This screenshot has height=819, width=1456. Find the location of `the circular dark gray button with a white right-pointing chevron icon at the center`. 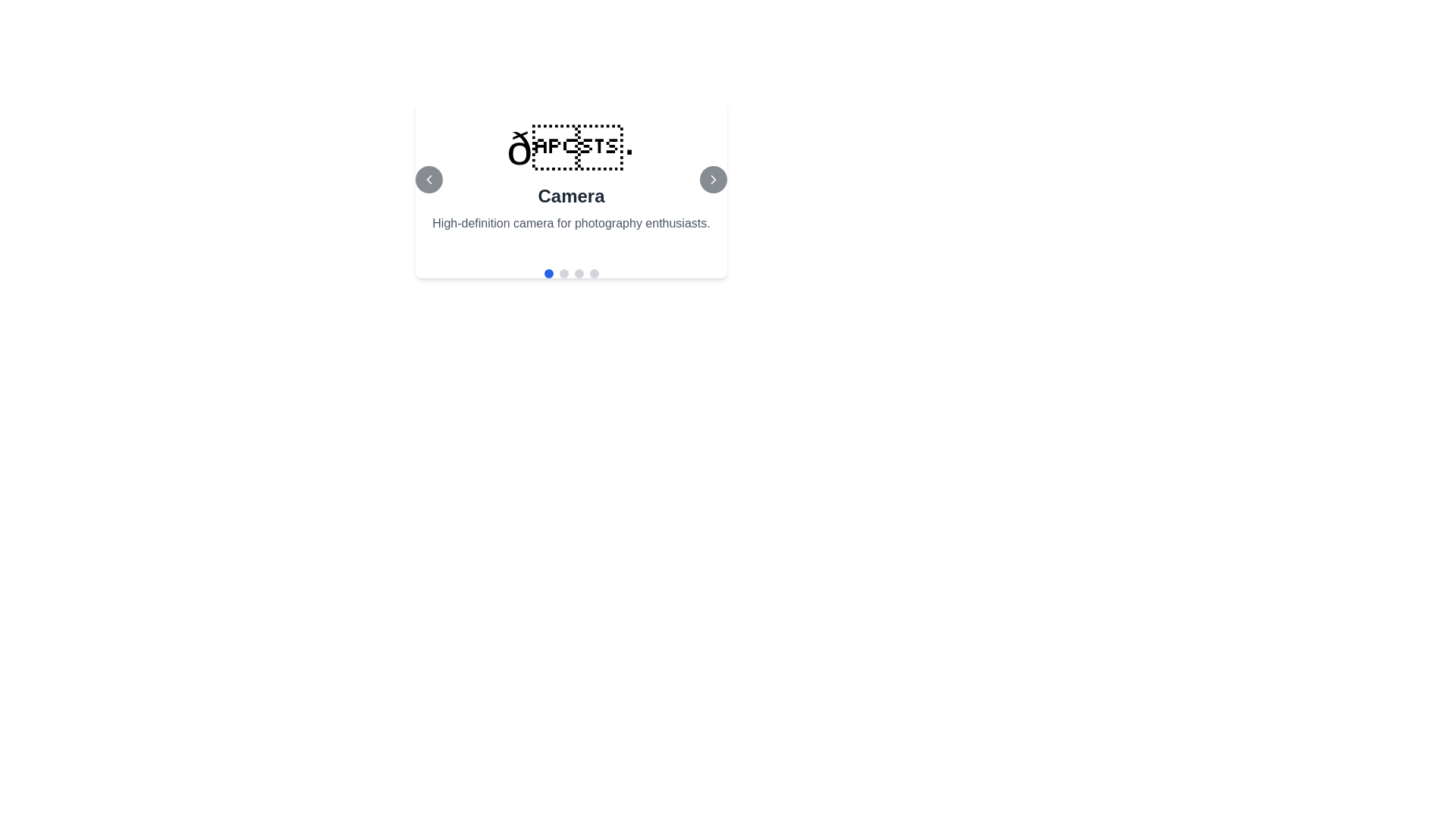

the circular dark gray button with a white right-pointing chevron icon at the center is located at coordinates (712, 178).